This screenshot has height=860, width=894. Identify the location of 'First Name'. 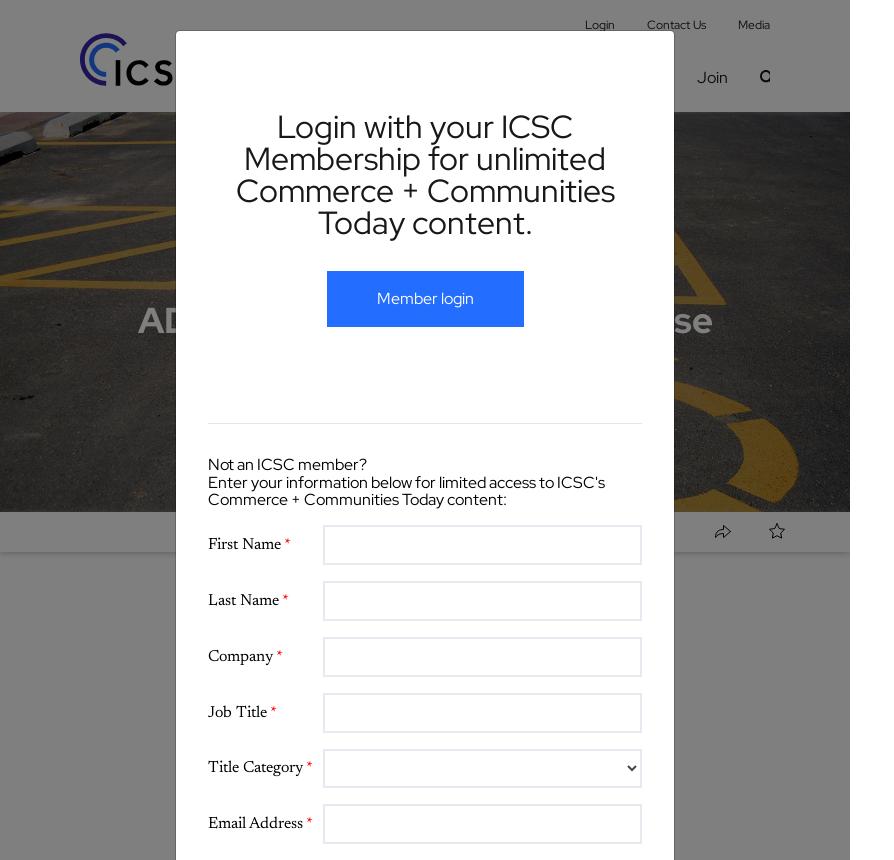
(245, 544).